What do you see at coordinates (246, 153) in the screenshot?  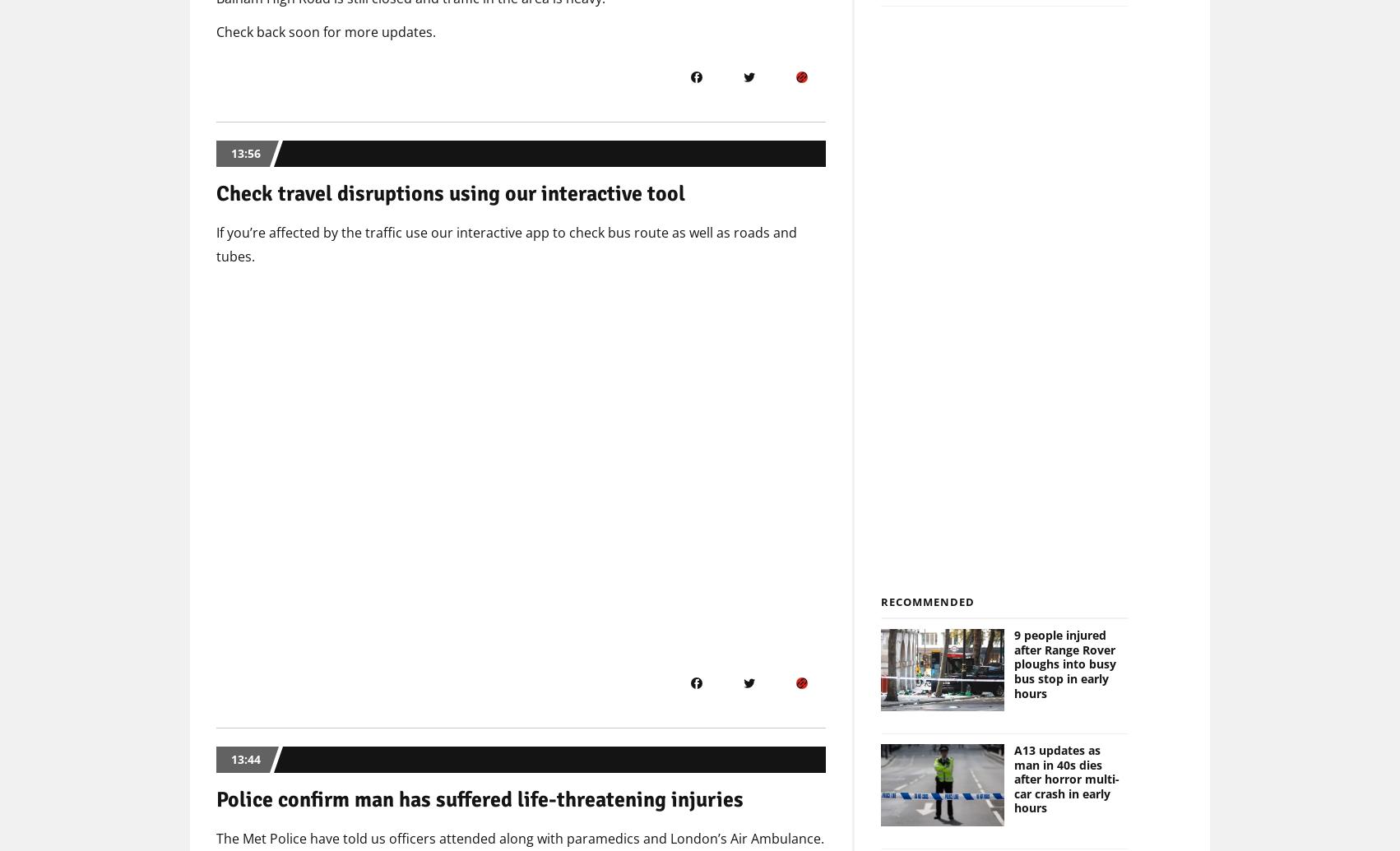 I see `'13:56'` at bounding box center [246, 153].